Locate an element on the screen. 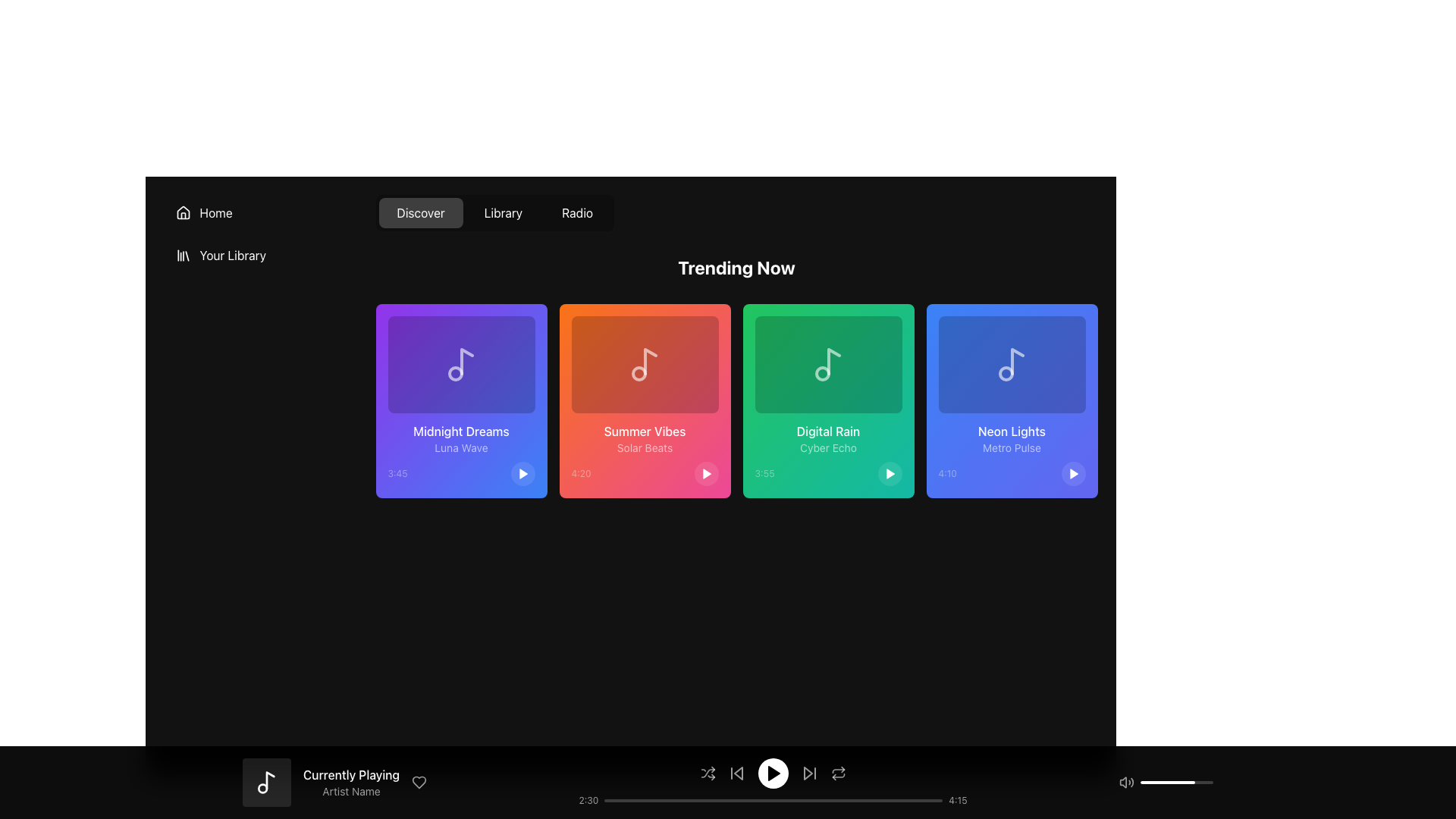 Image resolution: width=1456 pixels, height=819 pixels. the third button in the horizontal navigation bar is located at coordinates (576, 213).